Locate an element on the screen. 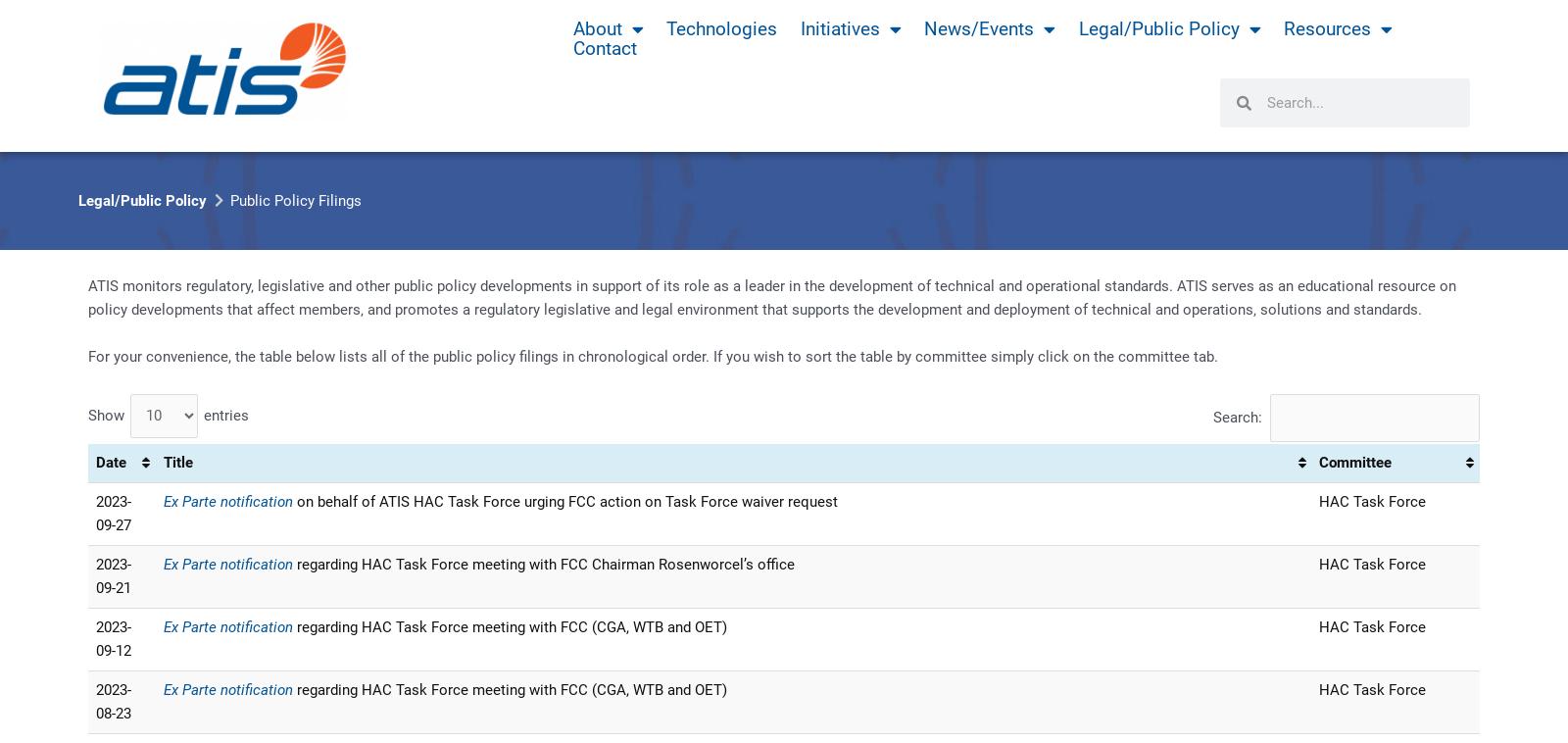 The height and width of the screenshot is (743, 1568). 'Public Policy Filings' is located at coordinates (296, 200).